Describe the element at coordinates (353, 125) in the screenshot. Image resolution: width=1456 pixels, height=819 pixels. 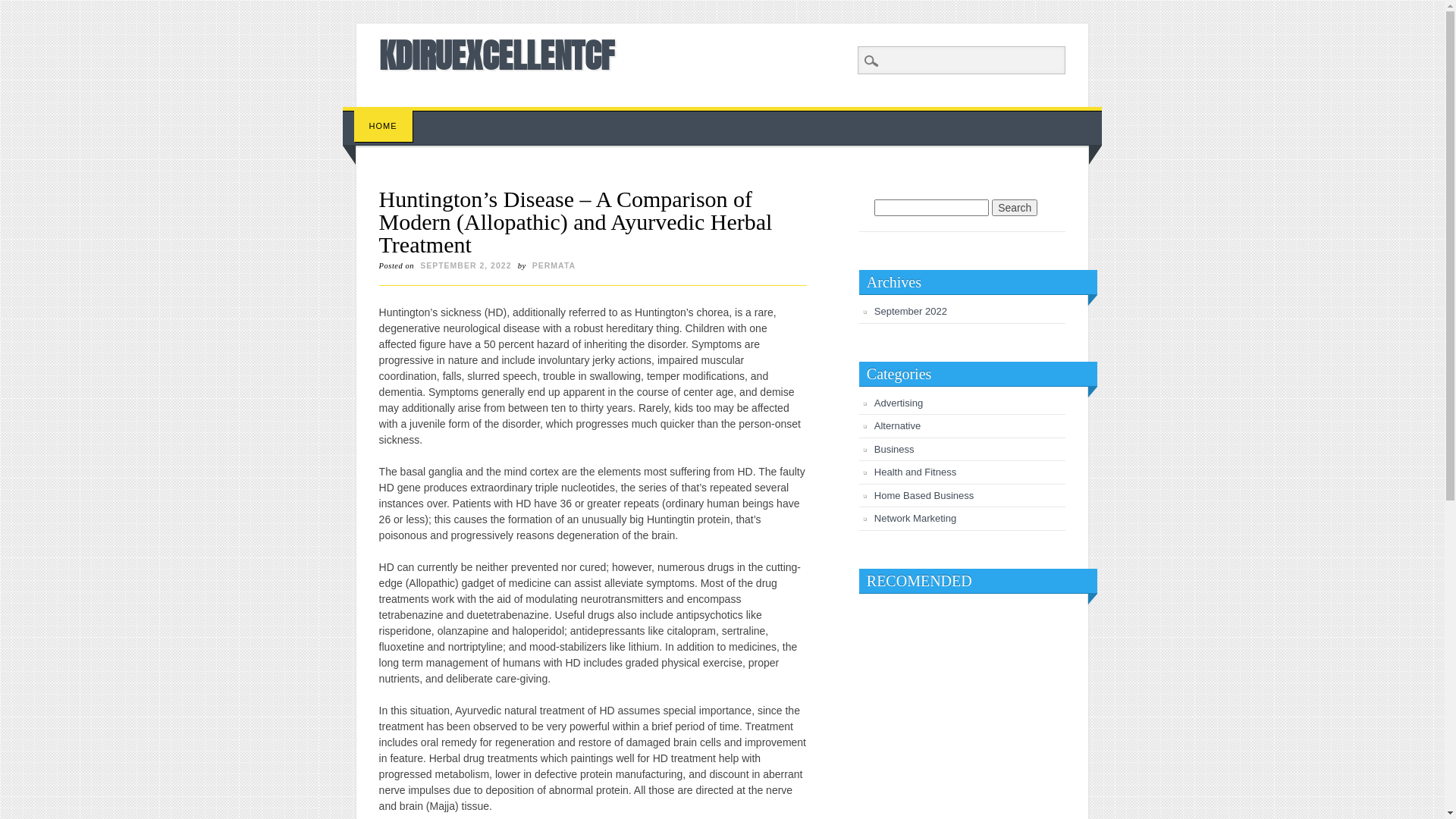
I see `'HOME'` at that location.